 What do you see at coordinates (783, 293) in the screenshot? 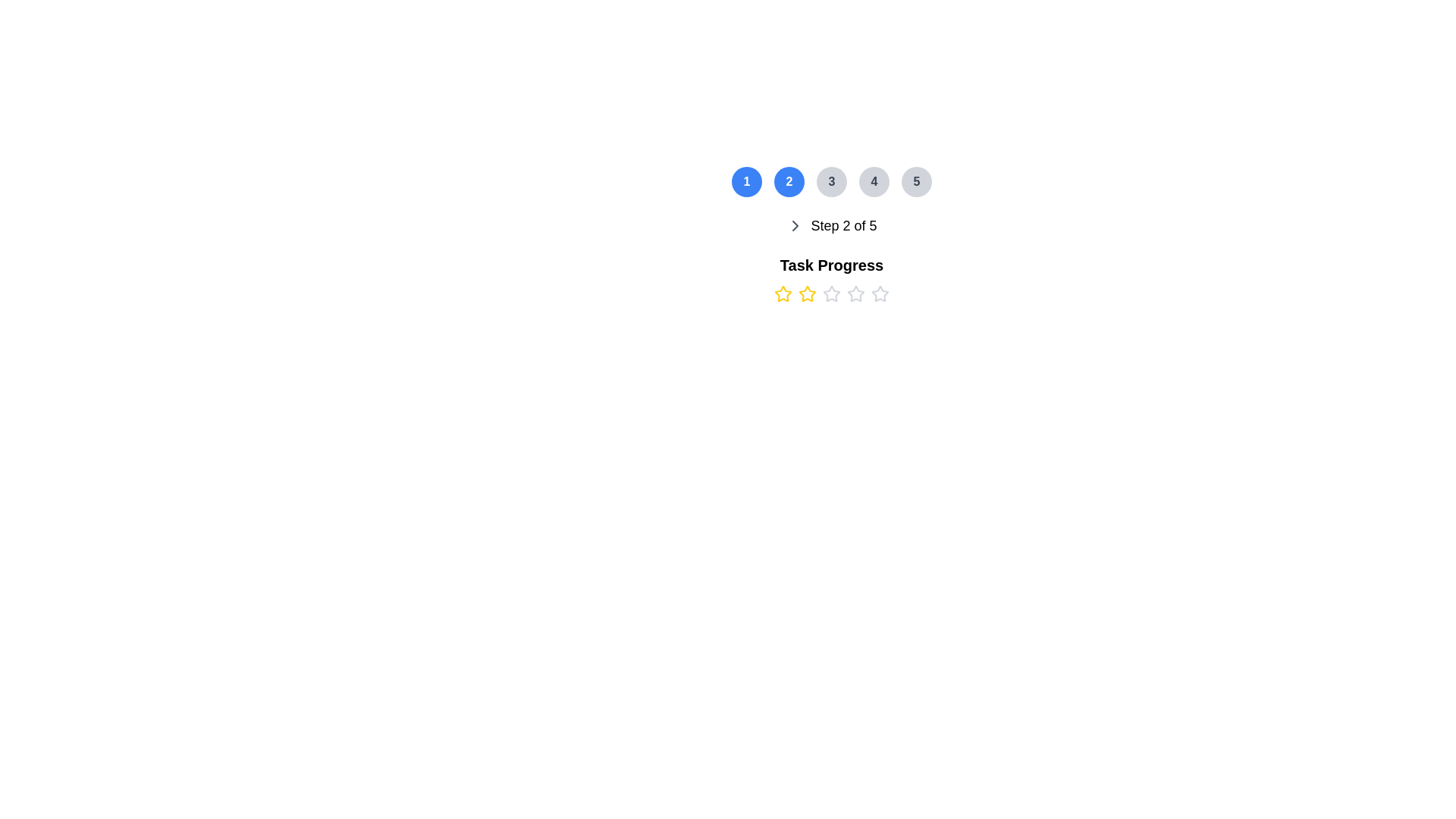
I see `the first star icon in the rating component located below 'Task Progress'` at bounding box center [783, 293].